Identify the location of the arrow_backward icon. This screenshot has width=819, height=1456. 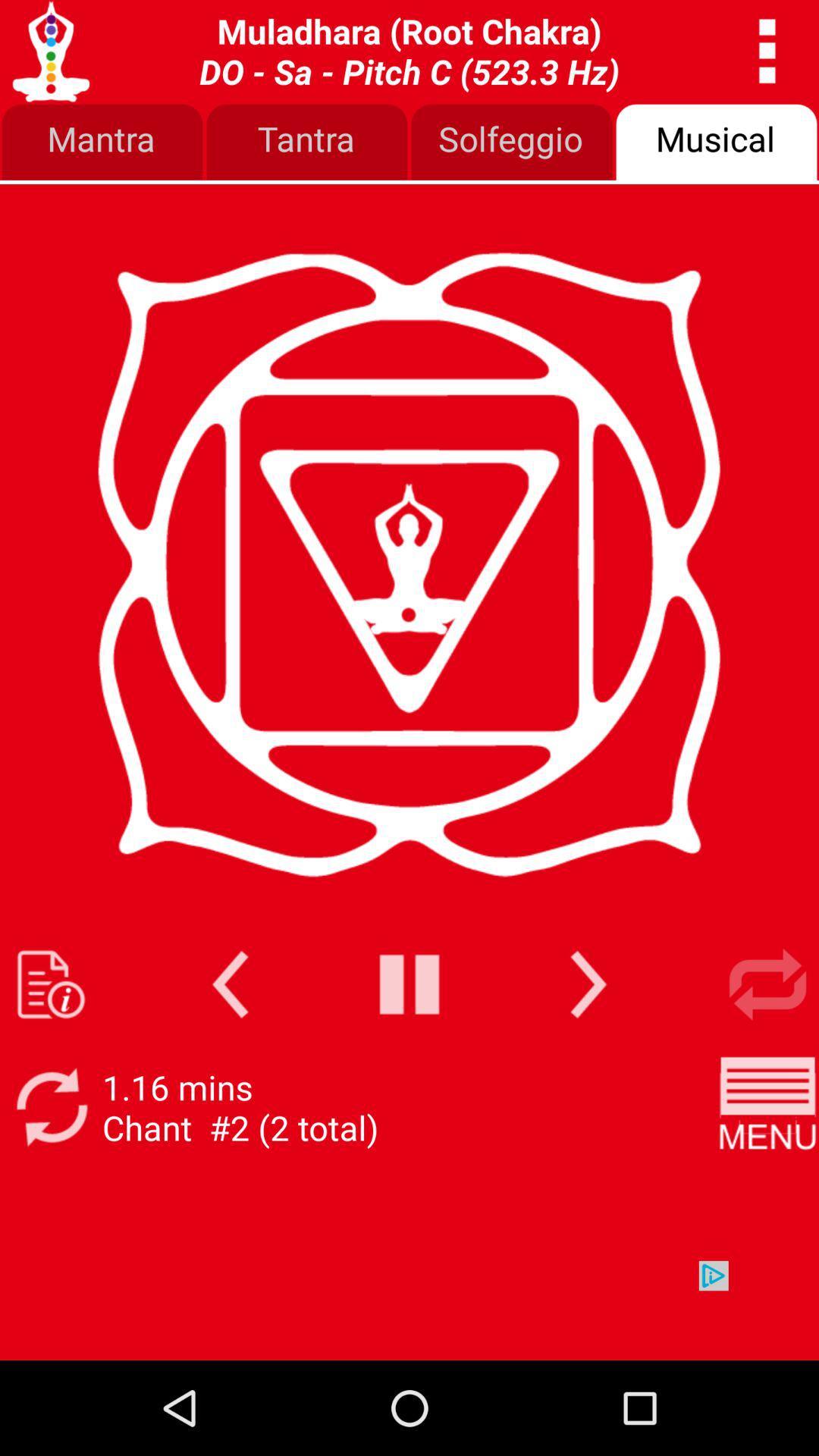
(230, 1053).